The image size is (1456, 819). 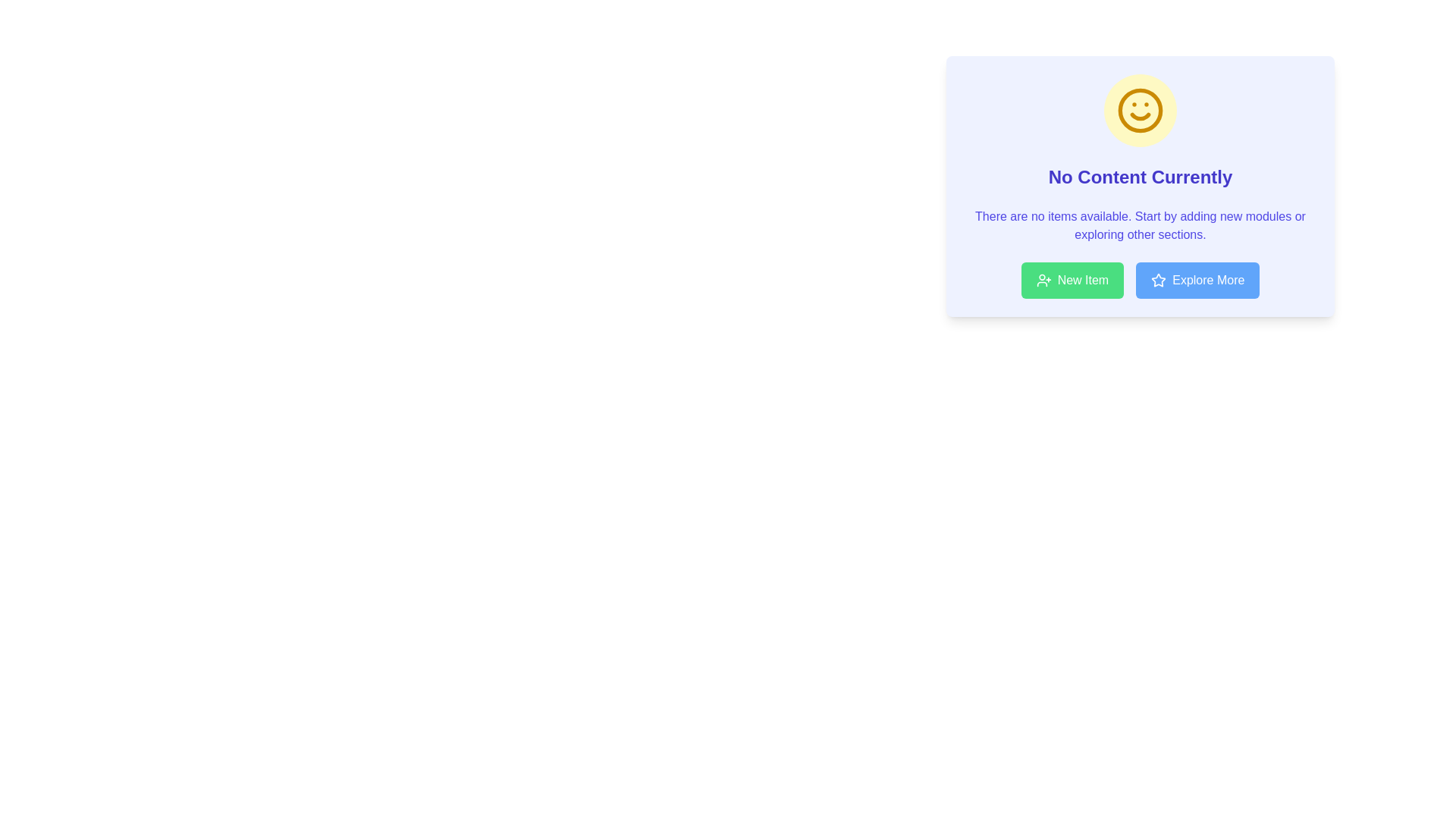 What do you see at coordinates (1140, 110) in the screenshot?
I see `the circular icon with a light yellow background and a smiley face, located at the top center of the card interface above the title text 'No Content Currently'` at bounding box center [1140, 110].